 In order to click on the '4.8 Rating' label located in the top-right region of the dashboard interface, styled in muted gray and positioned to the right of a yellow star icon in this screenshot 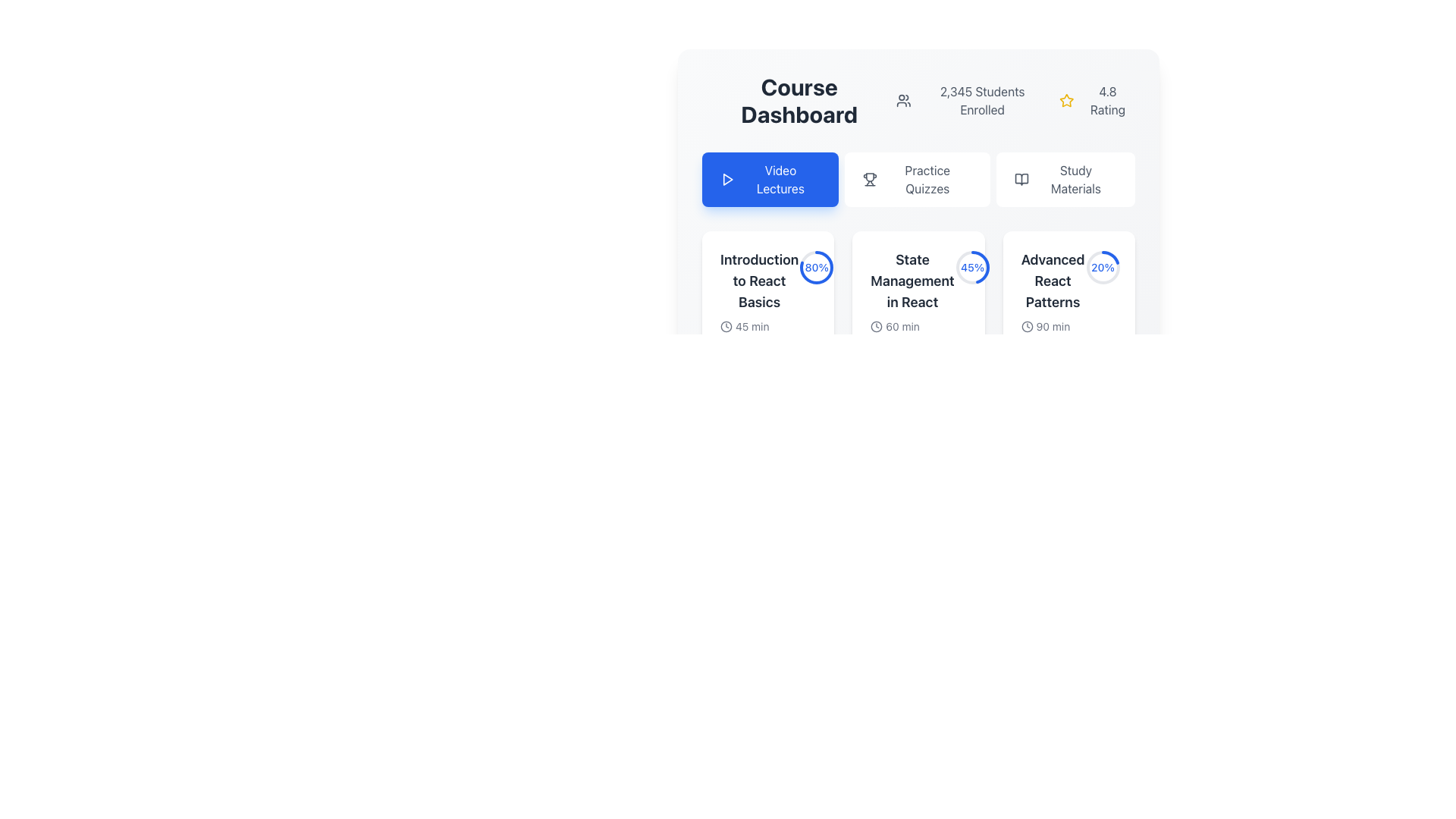, I will do `click(1107, 100)`.